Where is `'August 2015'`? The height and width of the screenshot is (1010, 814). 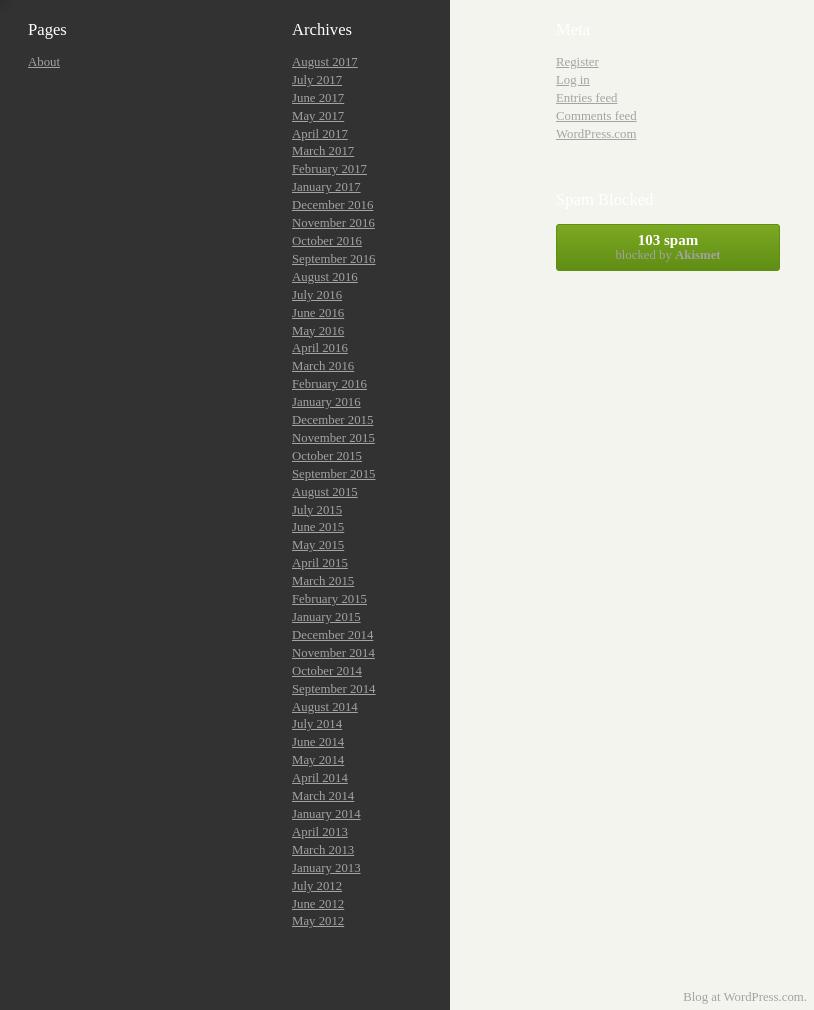 'August 2015' is located at coordinates (324, 490).